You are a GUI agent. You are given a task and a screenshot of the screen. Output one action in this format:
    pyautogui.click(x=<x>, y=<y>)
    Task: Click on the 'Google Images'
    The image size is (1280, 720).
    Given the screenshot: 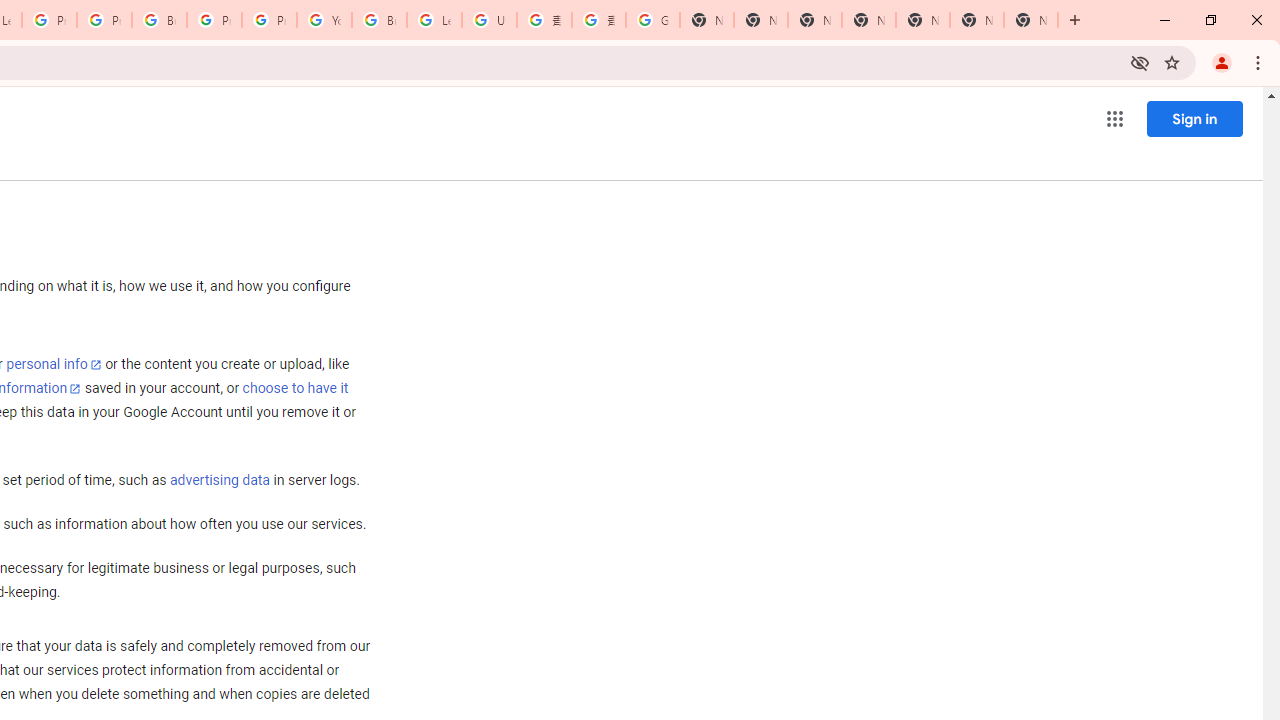 What is the action you would take?
    pyautogui.click(x=652, y=20)
    